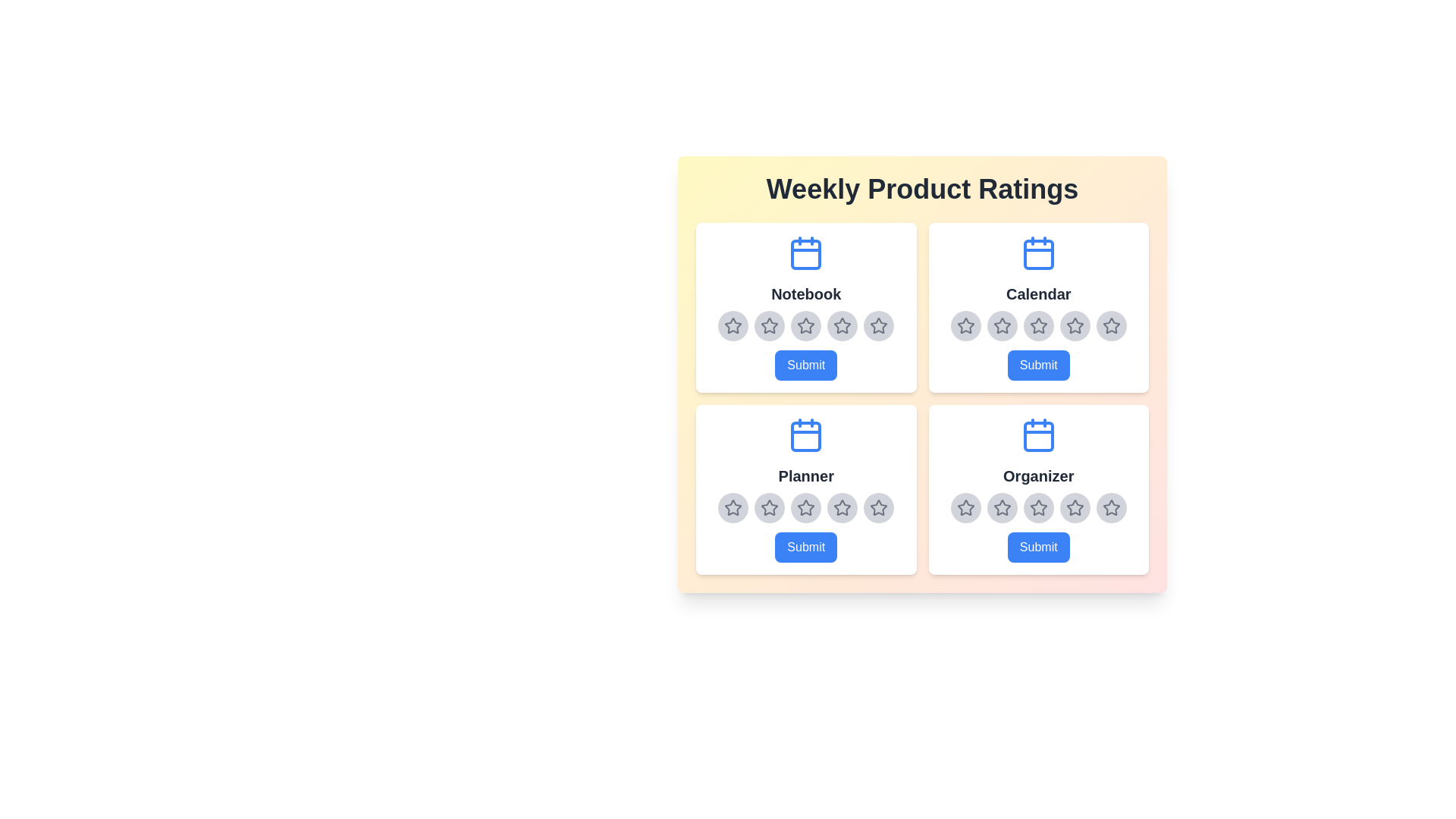 The height and width of the screenshot is (819, 1456). What do you see at coordinates (1037, 547) in the screenshot?
I see `submit button for the product Organizer` at bounding box center [1037, 547].